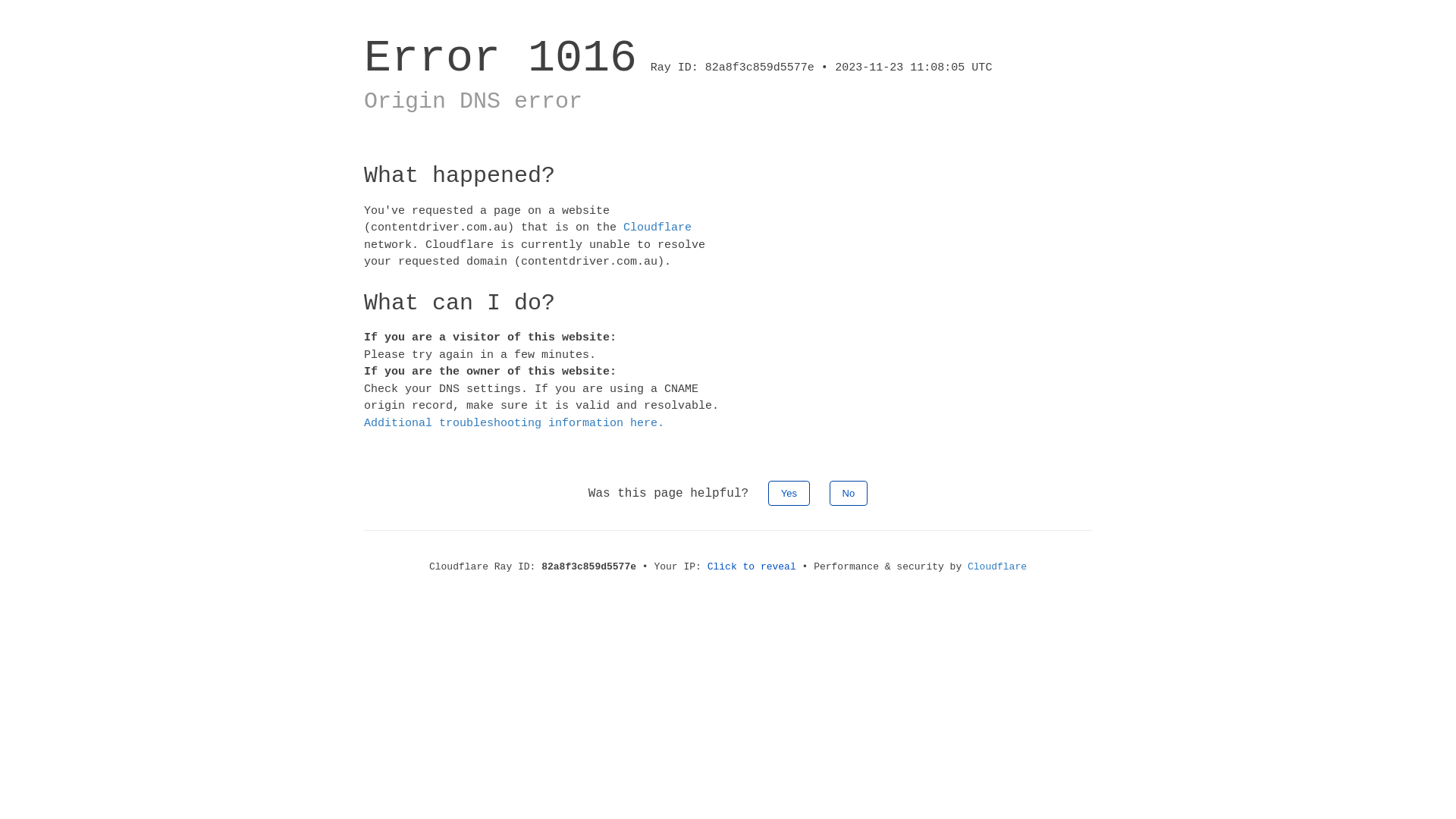 Image resolution: width=1456 pixels, height=819 pixels. I want to click on 'No', so click(829, 493).